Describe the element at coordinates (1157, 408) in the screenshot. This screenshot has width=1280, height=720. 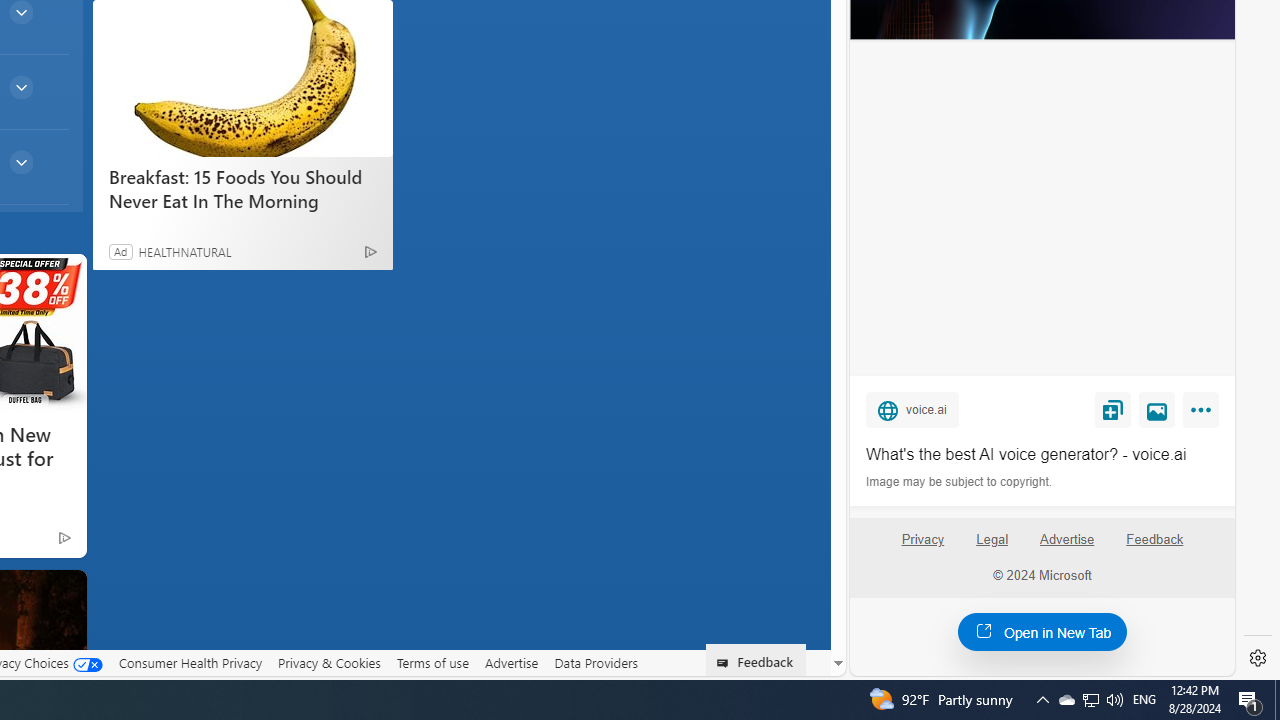
I see `'View image'` at that location.